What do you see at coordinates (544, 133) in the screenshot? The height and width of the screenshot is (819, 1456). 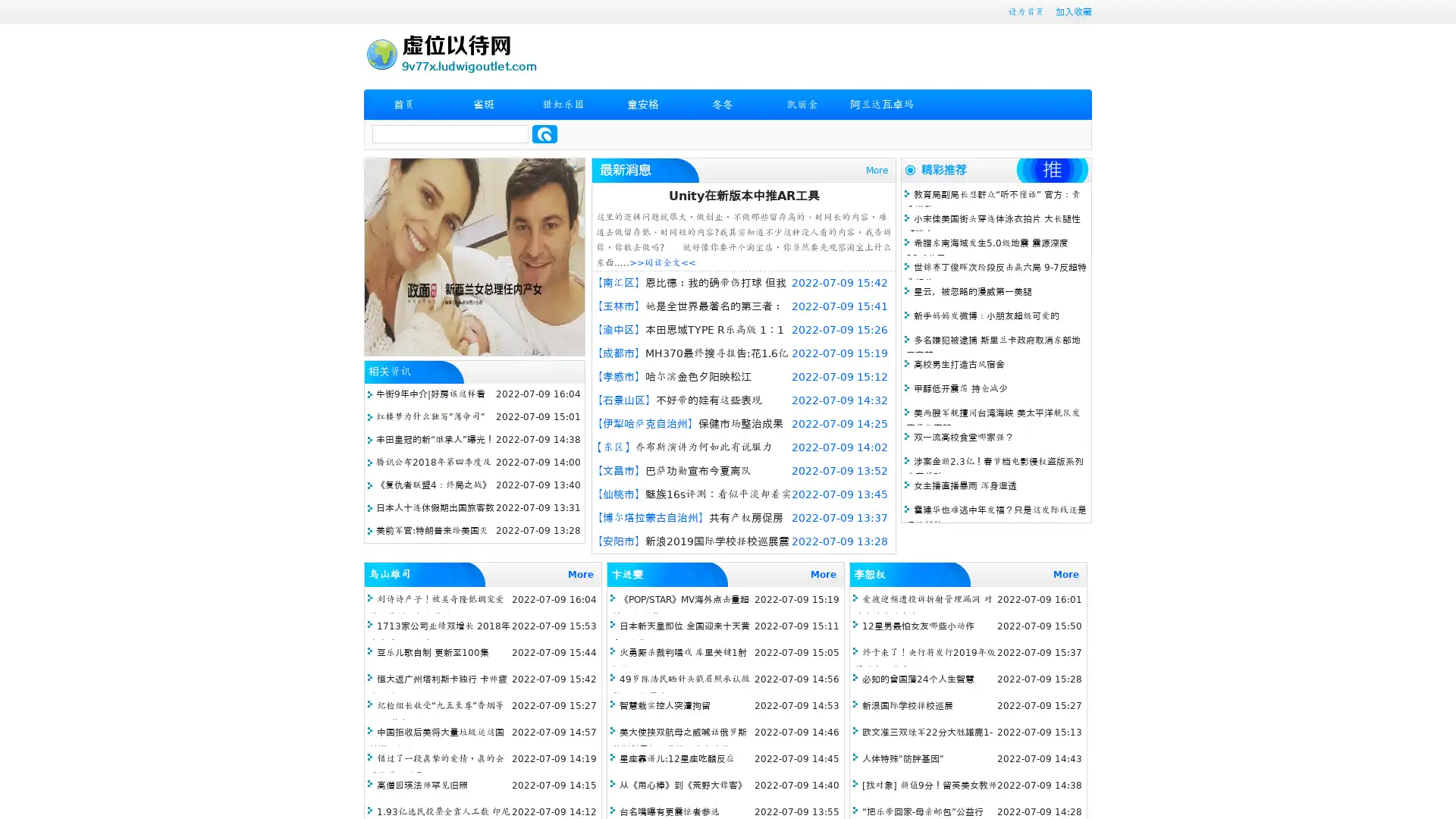 I see `Search` at bounding box center [544, 133].